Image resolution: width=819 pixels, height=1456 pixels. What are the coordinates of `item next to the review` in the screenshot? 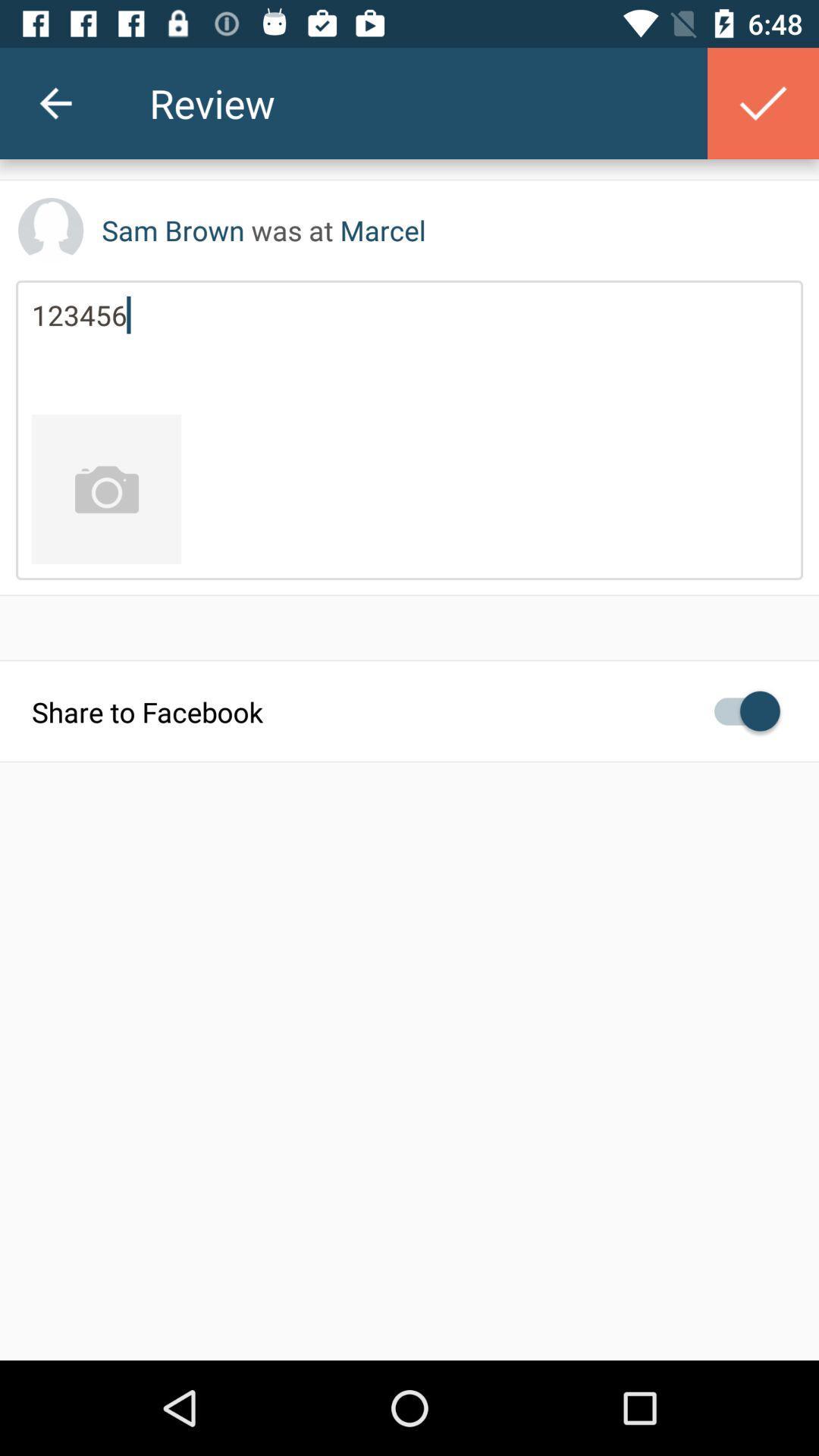 It's located at (763, 102).